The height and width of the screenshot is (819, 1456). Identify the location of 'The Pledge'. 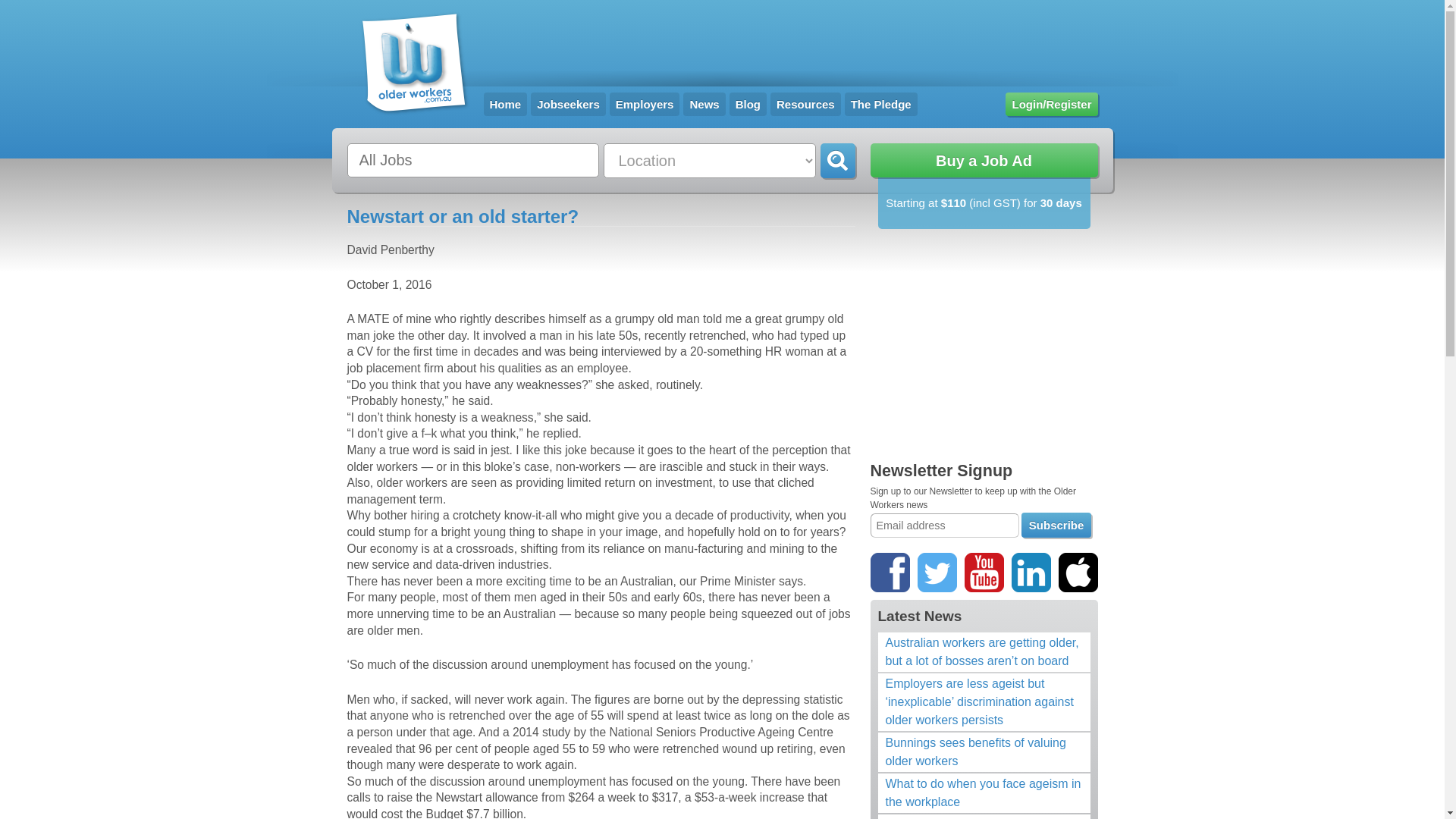
(843, 103).